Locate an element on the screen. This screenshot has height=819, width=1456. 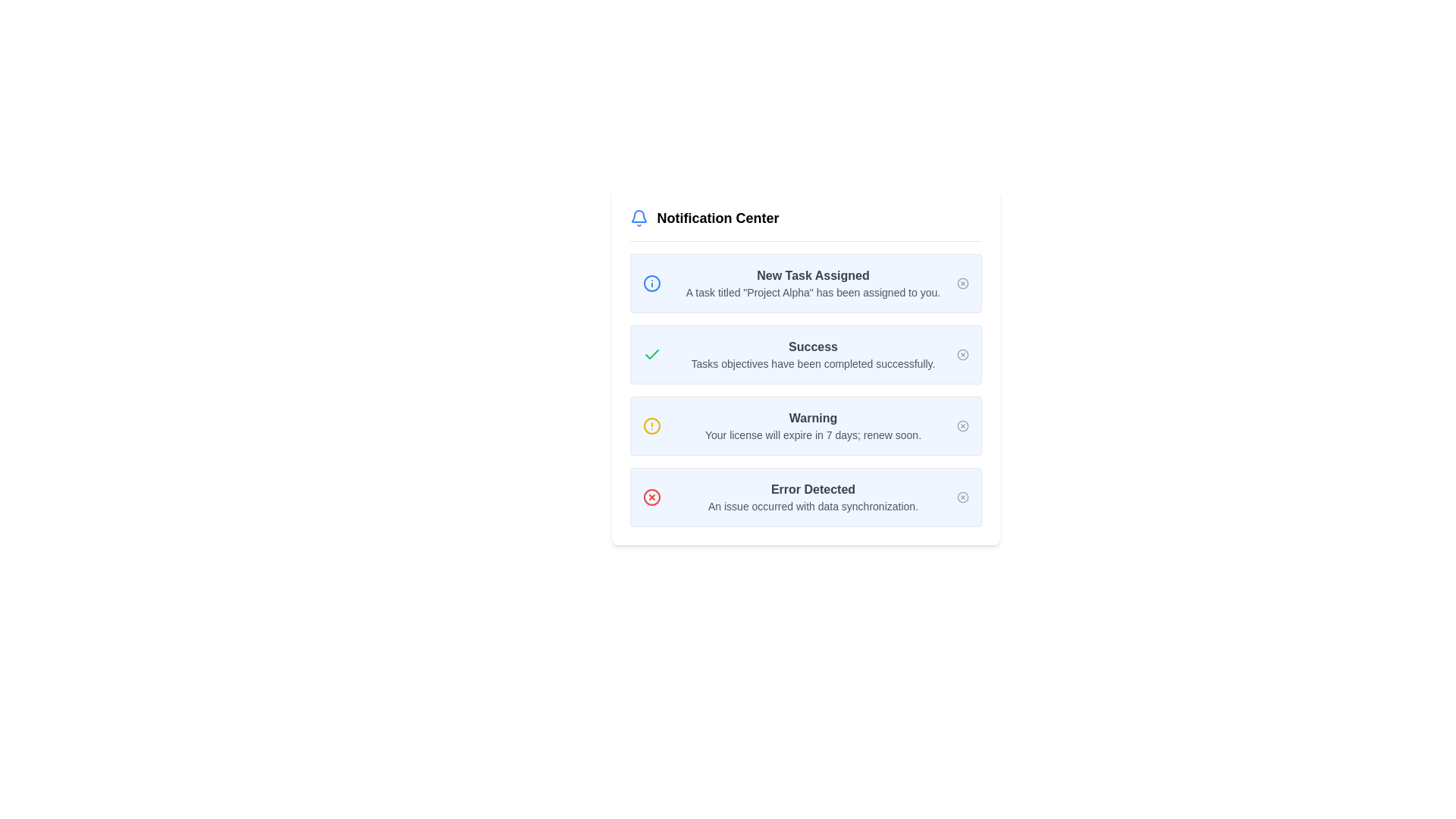
the small circular close button with an 'X' shape at the top-right corner of the 'New Task Assigned' notification card to change its color is located at coordinates (962, 284).